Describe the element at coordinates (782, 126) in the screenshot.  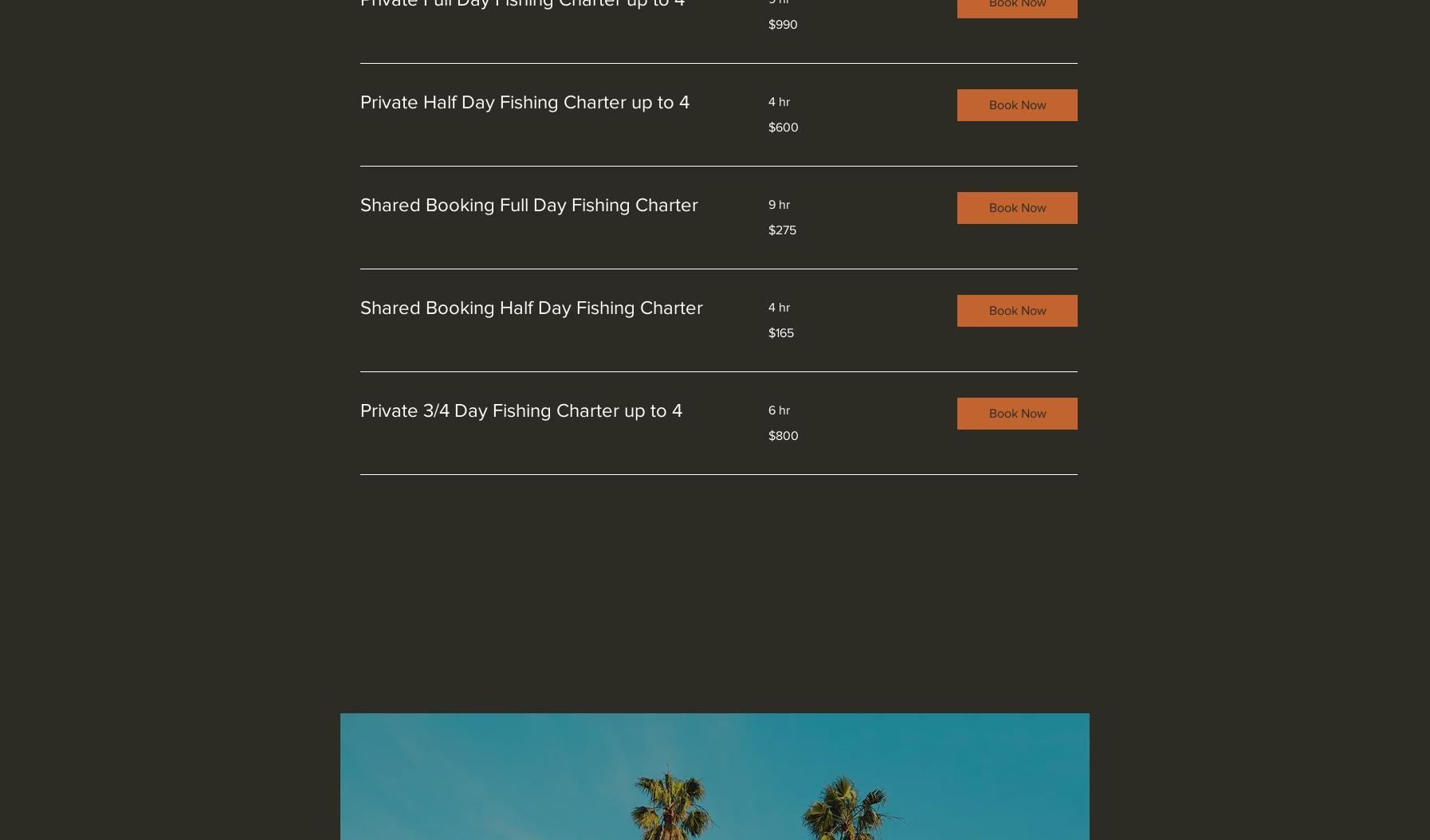
I see `'$600'` at that location.